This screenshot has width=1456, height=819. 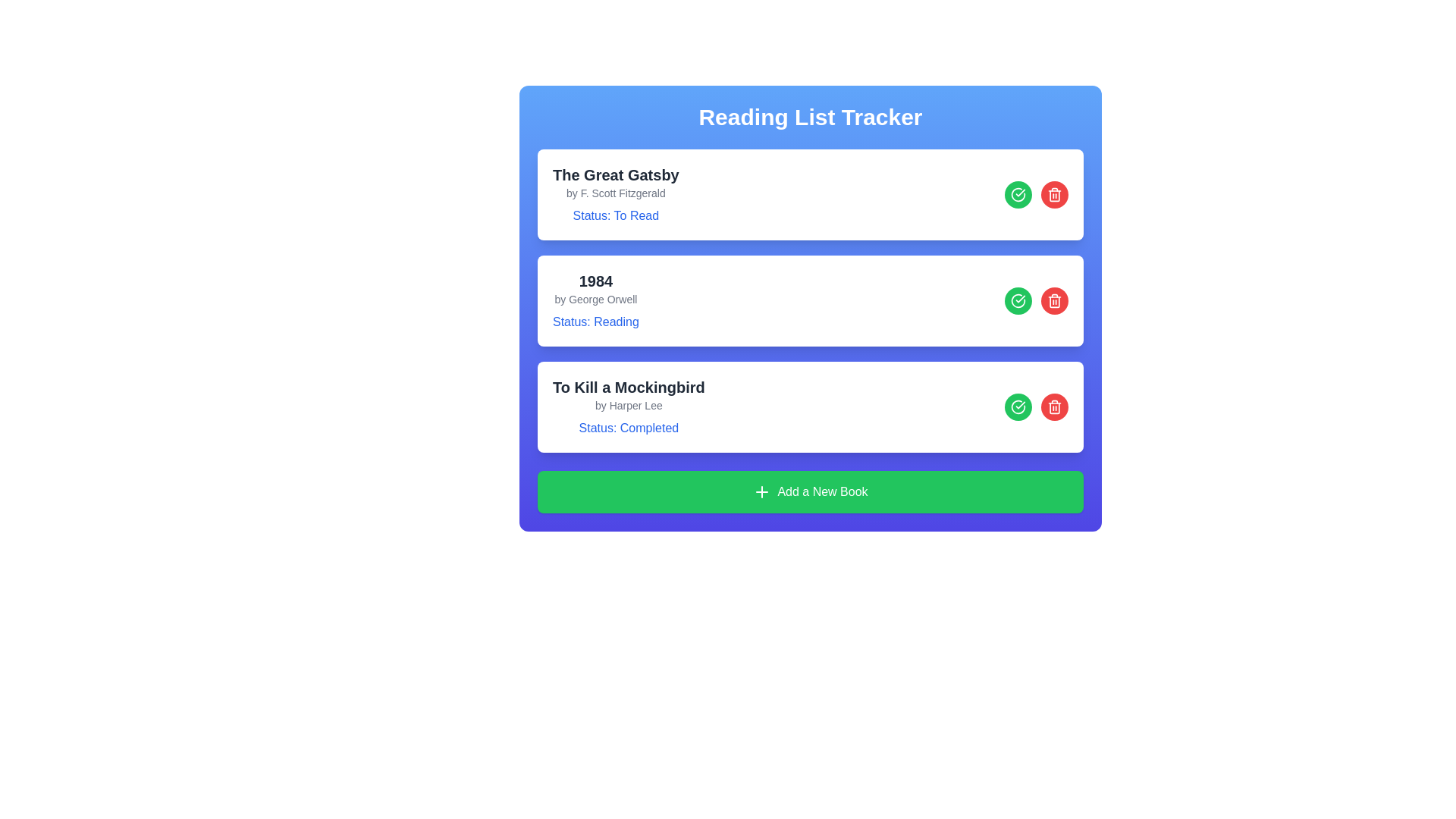 I want to click on the red circular trash icon button located at the far right of the third book entry labeled 'To Kill a Mockingbird', so click(x=1054, y=301).